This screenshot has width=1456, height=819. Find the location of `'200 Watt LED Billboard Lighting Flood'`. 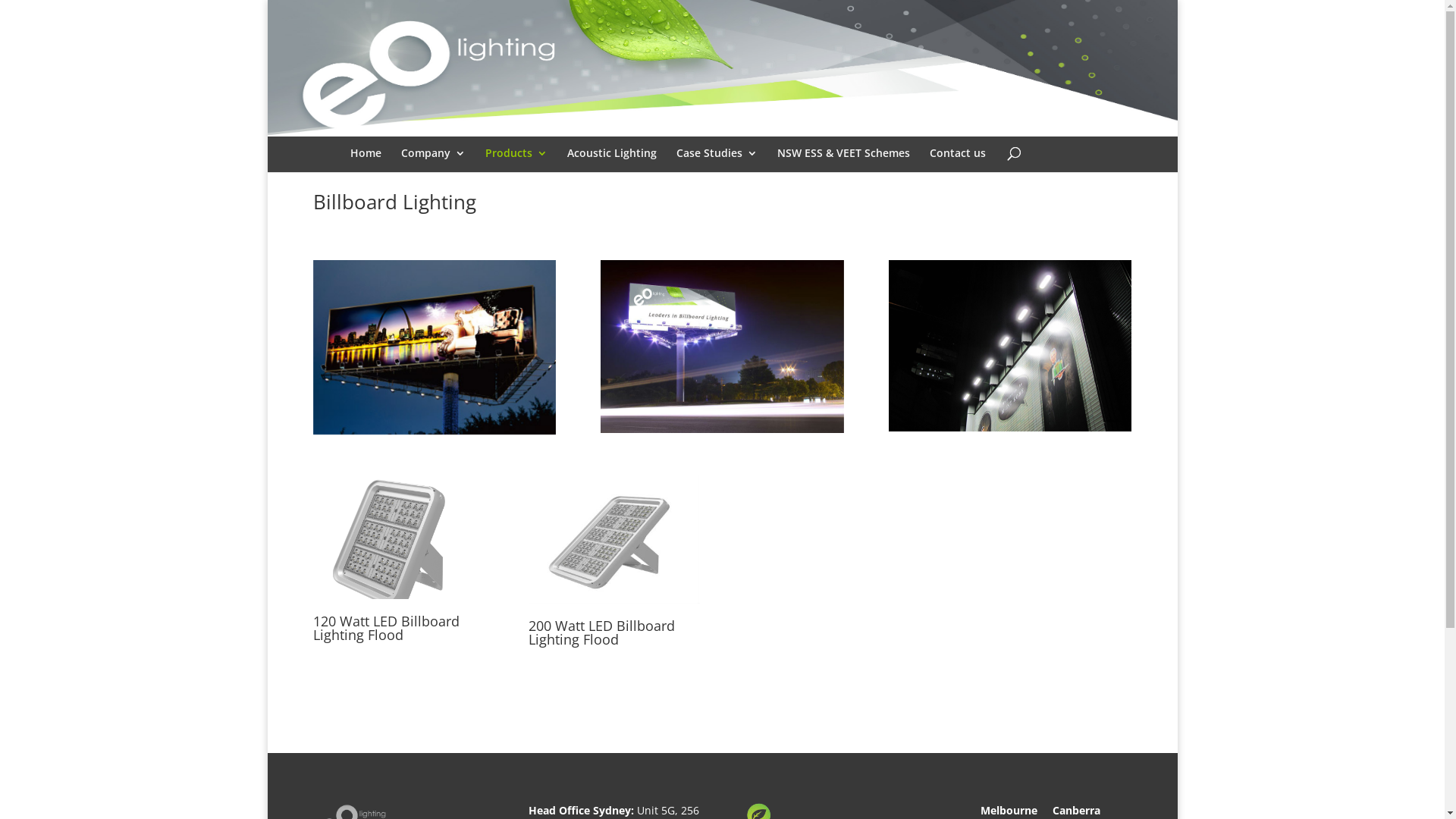

'200 Watt LED Billboard Lighting Flood' is located at coordinates (613, 538).